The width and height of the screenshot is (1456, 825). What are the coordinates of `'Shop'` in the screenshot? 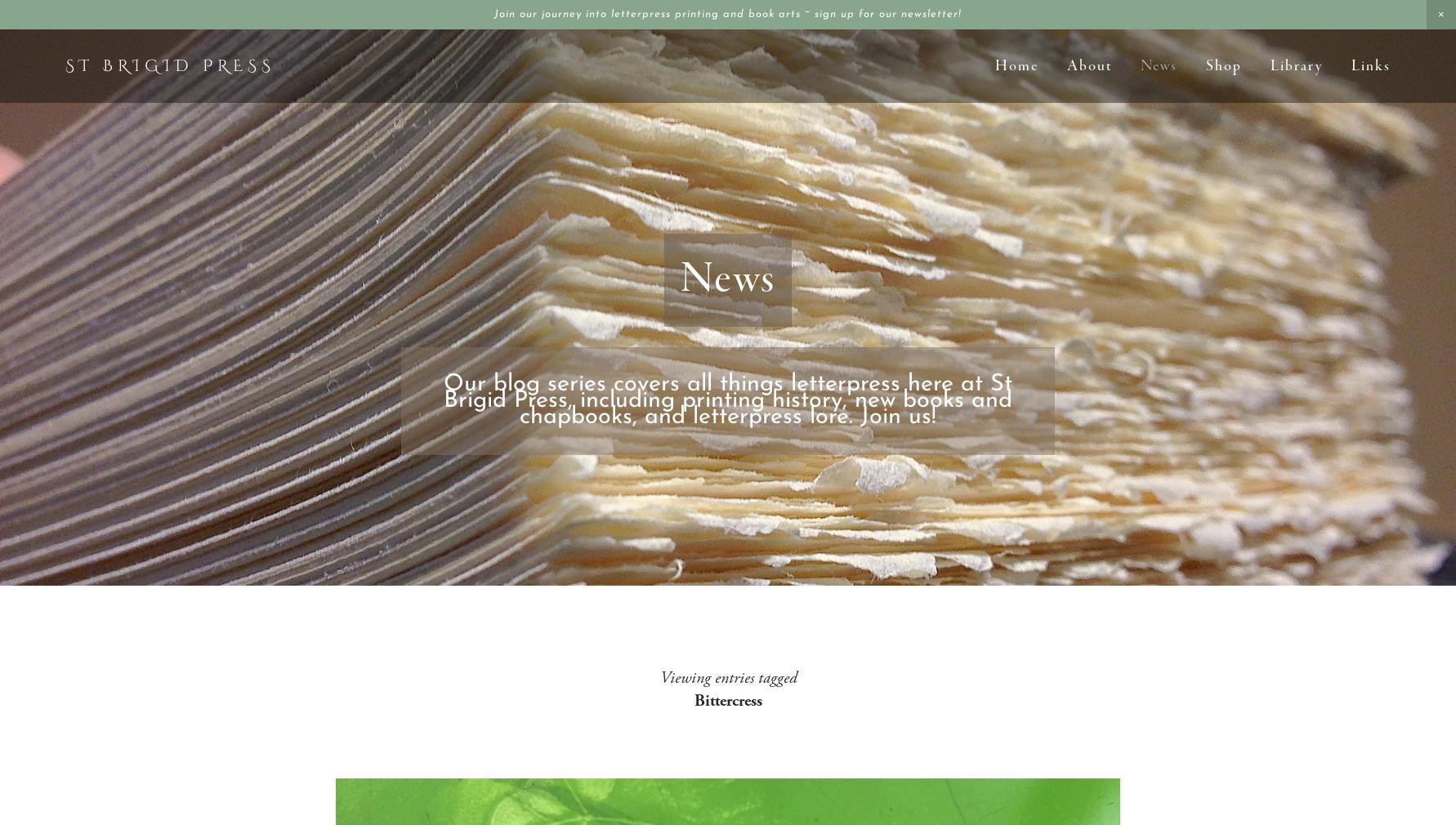 It's located at (1223, 65).